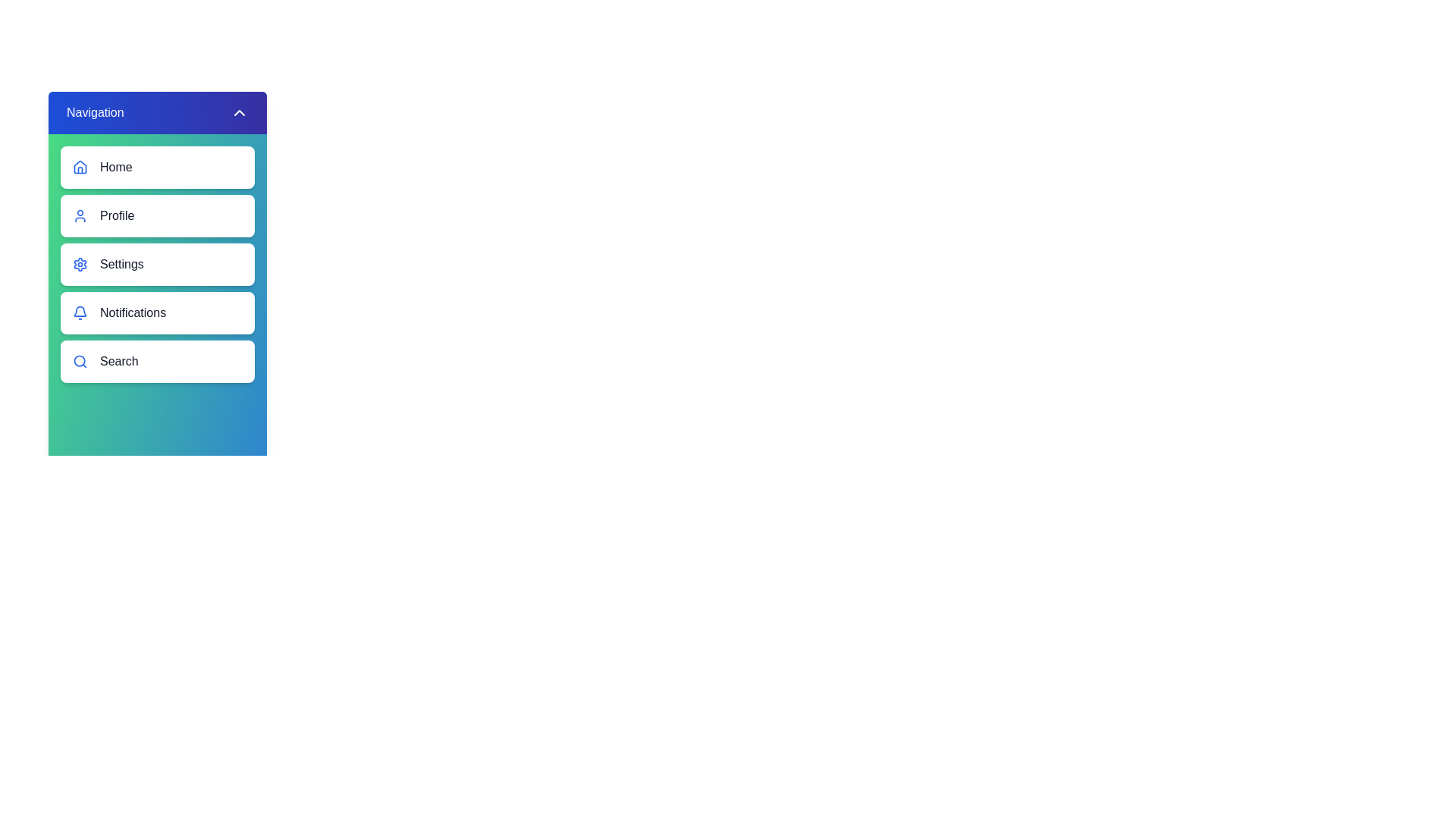  What do you see at coordinates (79, 361) in the screenshot?
I see `the circular part of the magnifying glass icon, which is nested within the 'Search' button located at the bottom of the vertical navigation menu` at bounding box center [79, 361].